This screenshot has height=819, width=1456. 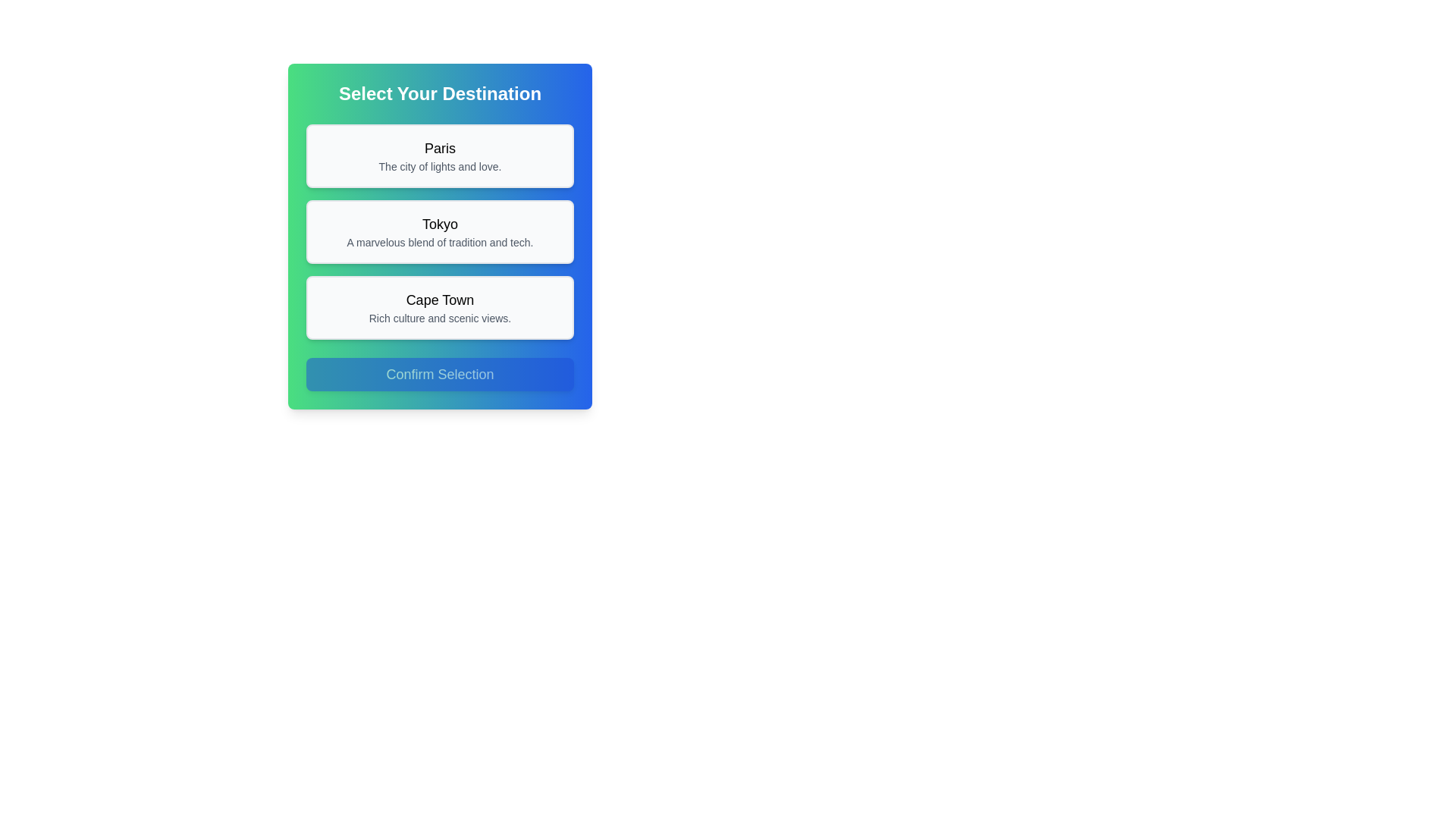 What do you see at coordinates (439, 166) in the screenshot?
I see `the text label that reads 'The city of lights and love', which is styled in light gray and positioned below the larger text 'Paris'` at bounding box center [439, 166].